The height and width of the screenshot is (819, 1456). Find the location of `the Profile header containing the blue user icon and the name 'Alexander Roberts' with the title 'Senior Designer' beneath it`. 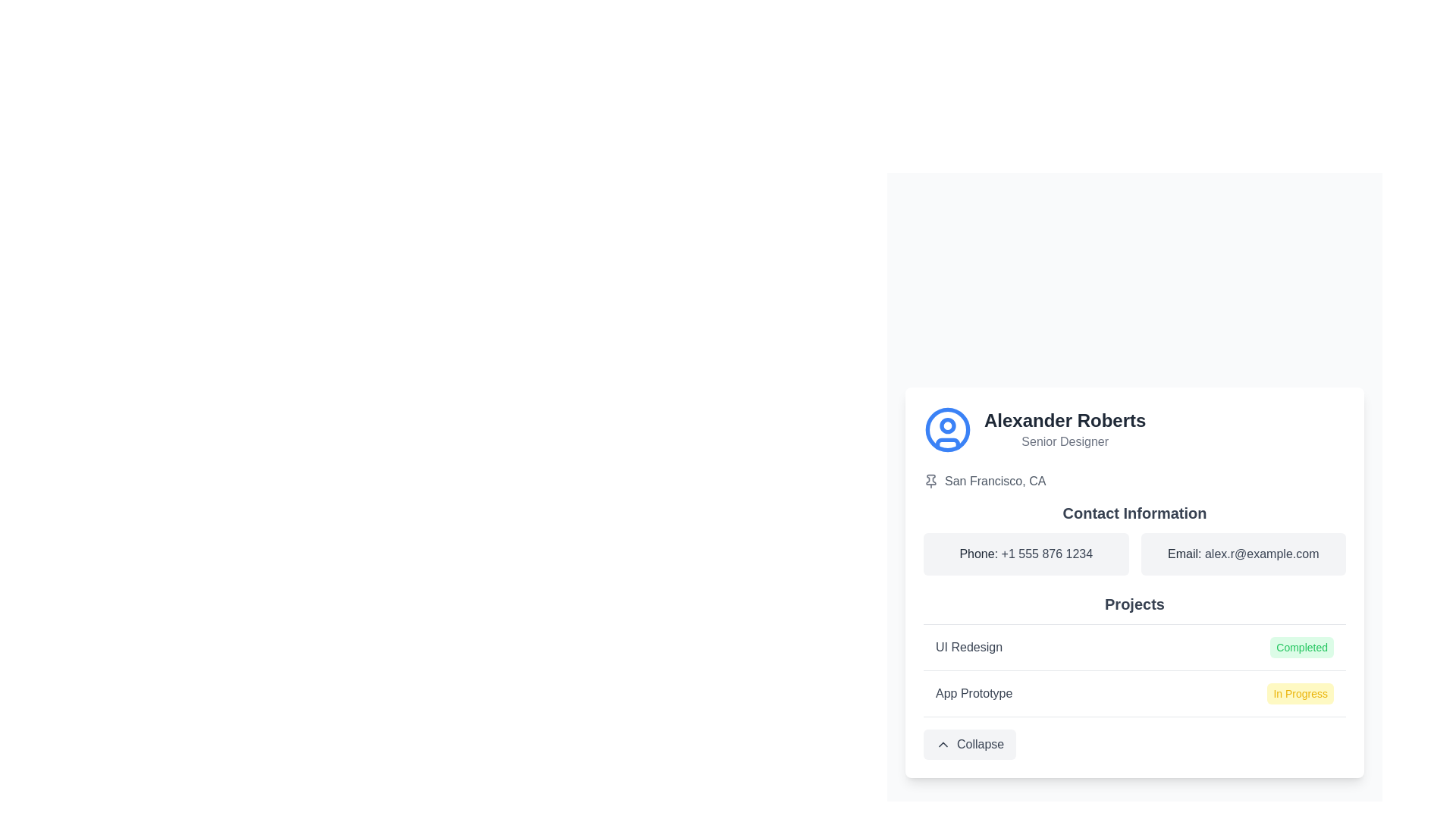

the Profile header containing the blue user icon and the name 'Alexander Roberts' with the title 'Senior Designer' beneath it is located at coordinates (1134, 429).